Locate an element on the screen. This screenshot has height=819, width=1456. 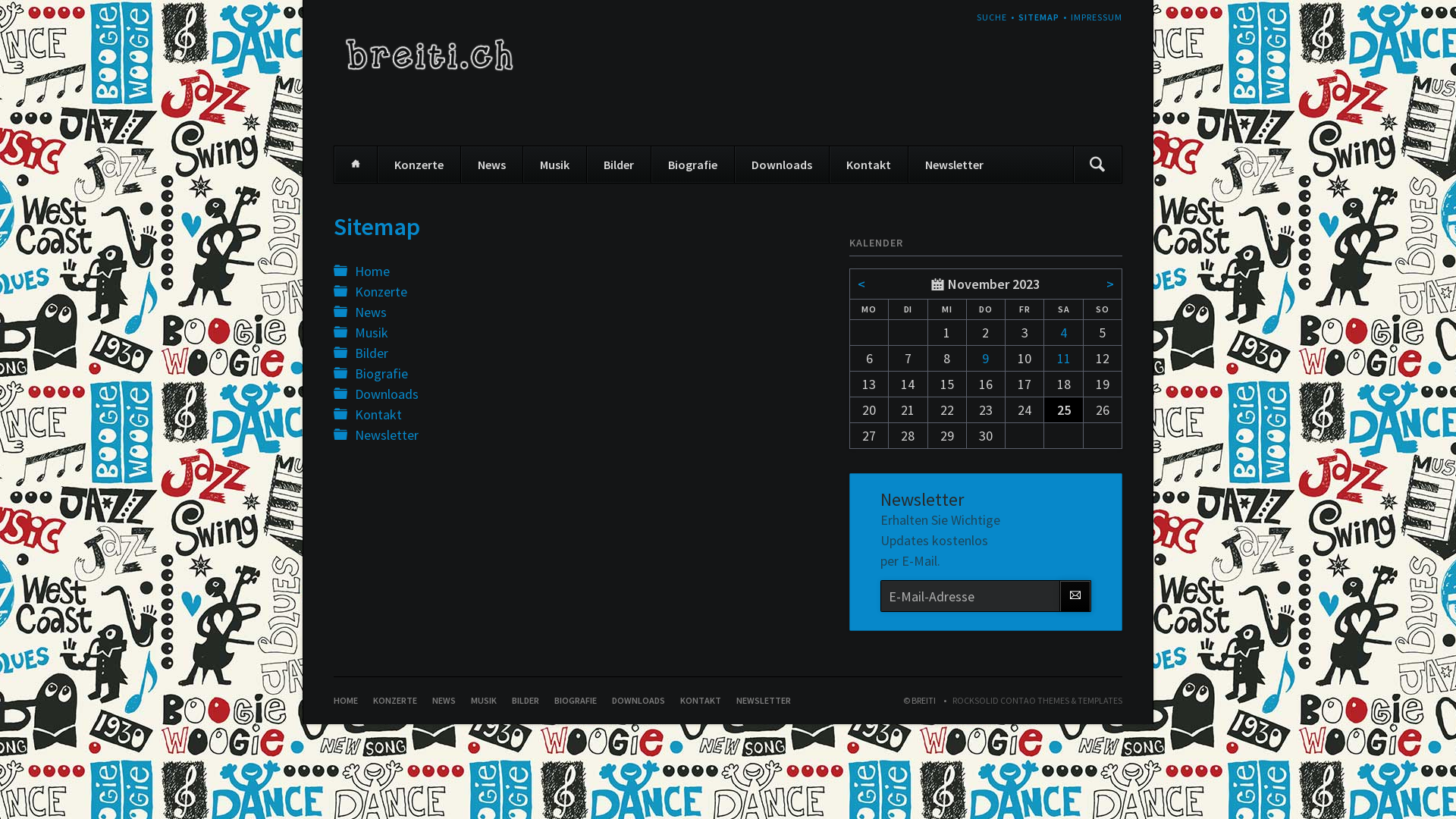
'Abonnieren' is located at coordinates (1074, 595).